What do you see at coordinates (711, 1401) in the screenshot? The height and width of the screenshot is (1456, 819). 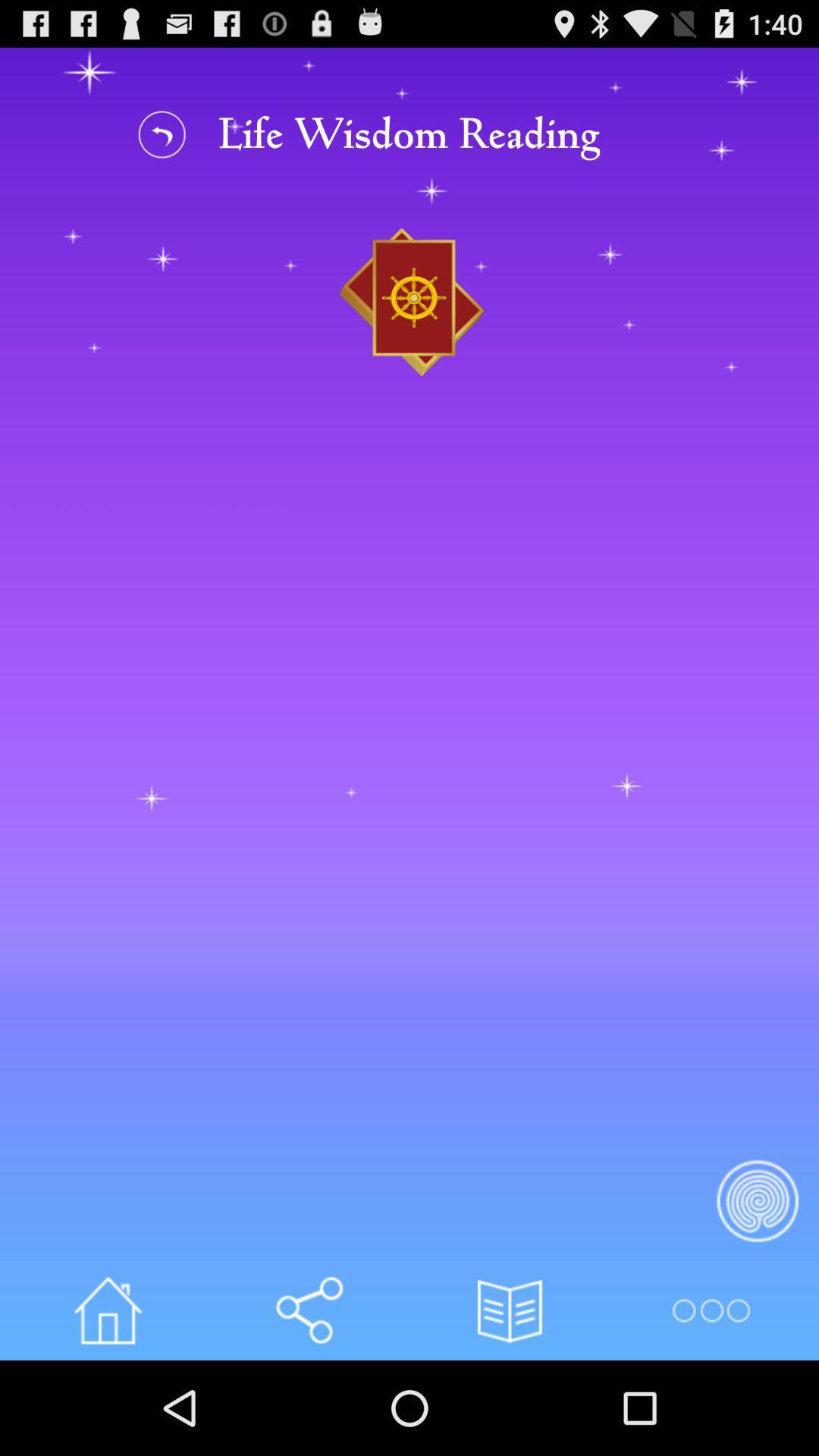 I see `the more icon` at bounding box center [711, 1401].